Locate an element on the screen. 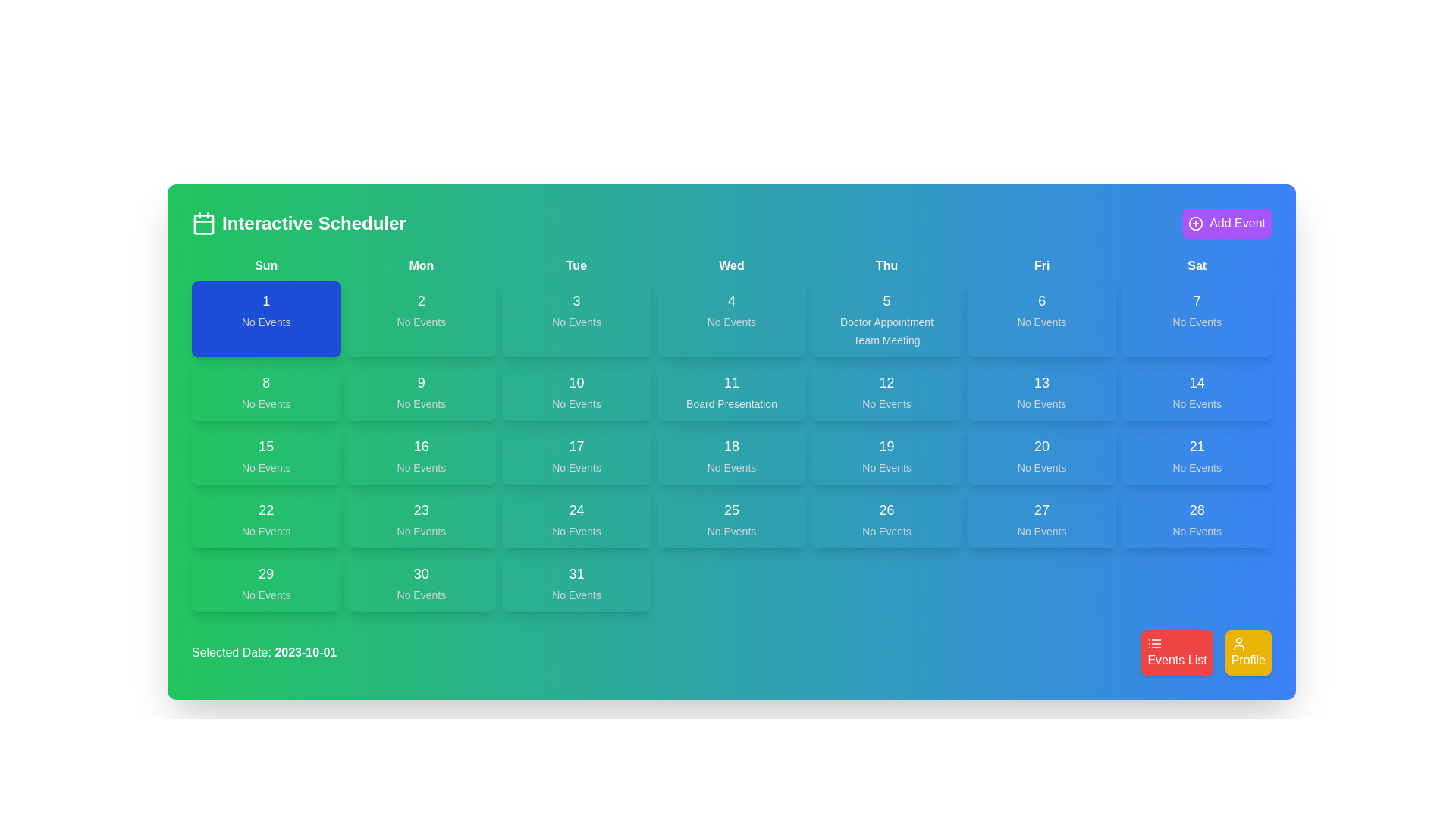 The width and height of the screenshot is (1456, 819). the 'Team Meeting' text label located in the Thursday column of the calendar interface, positioned directly below the 'Doctor Appointment' label is located at coordinates (886, 339).